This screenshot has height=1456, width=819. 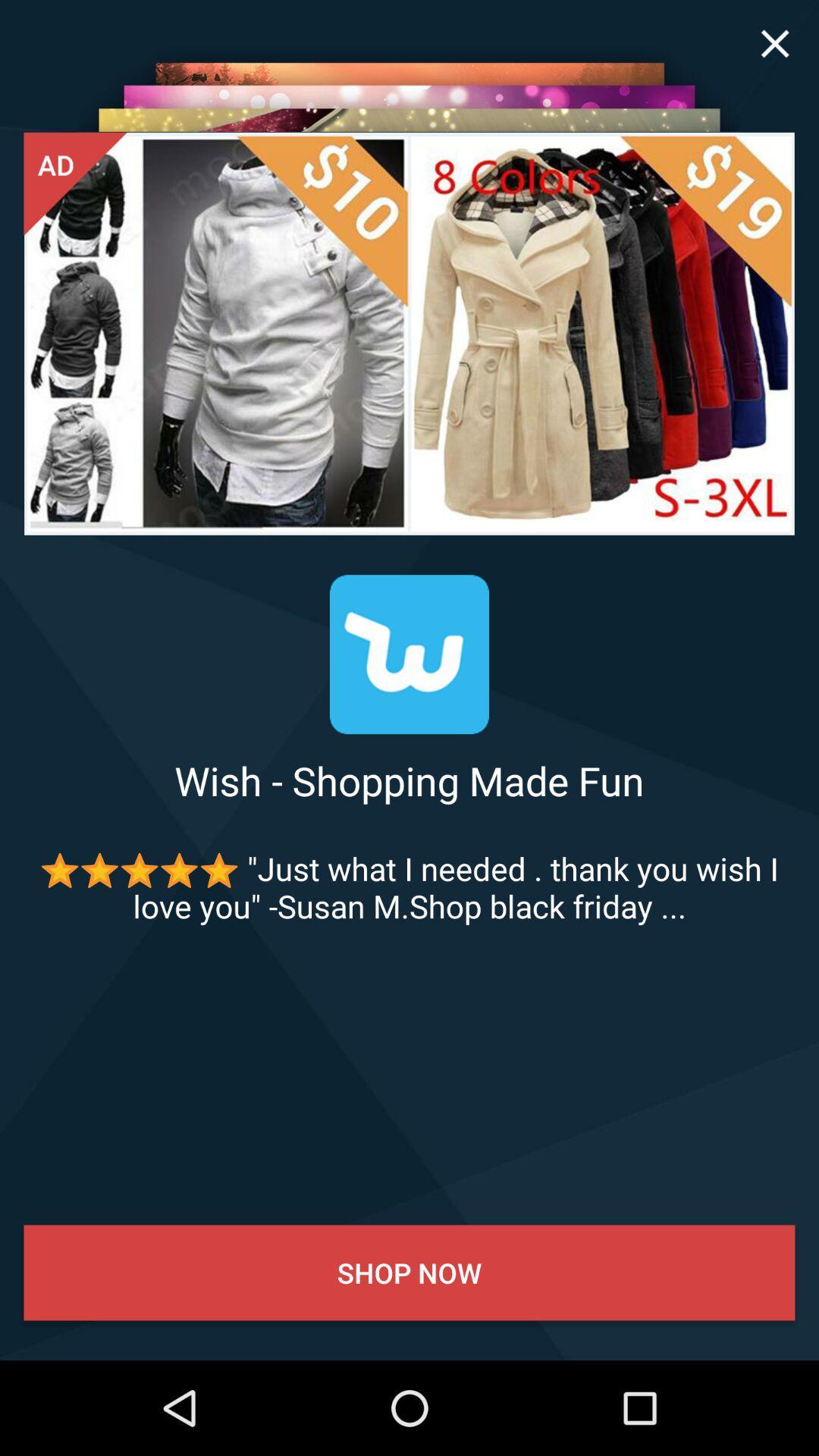 I want to click on the app below the just what i app, so click(x=409, y=1272).